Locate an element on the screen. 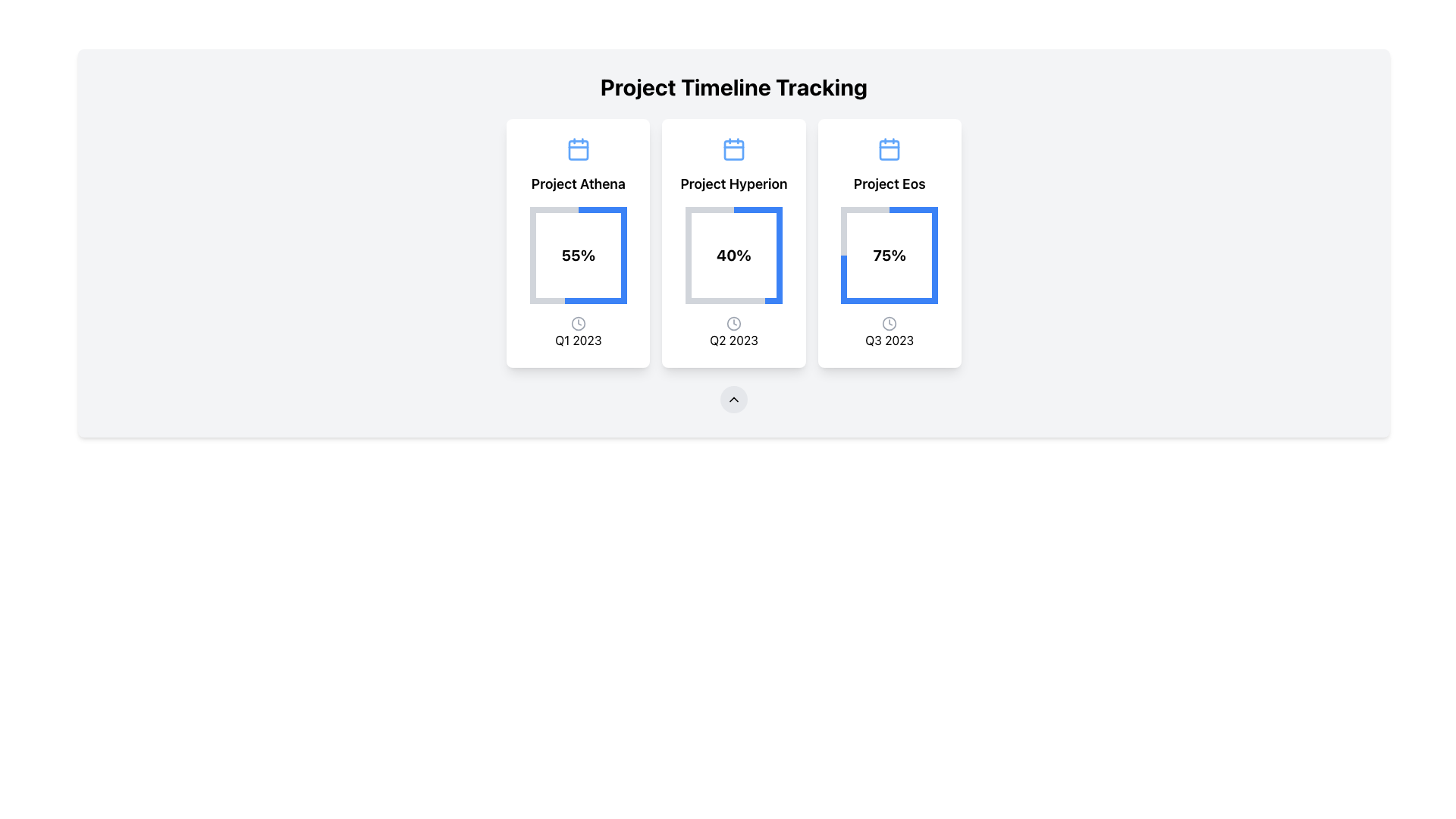  the graphical component inside the calendar icon located in the second card of the visual interface is located at coordinates (734, 149).